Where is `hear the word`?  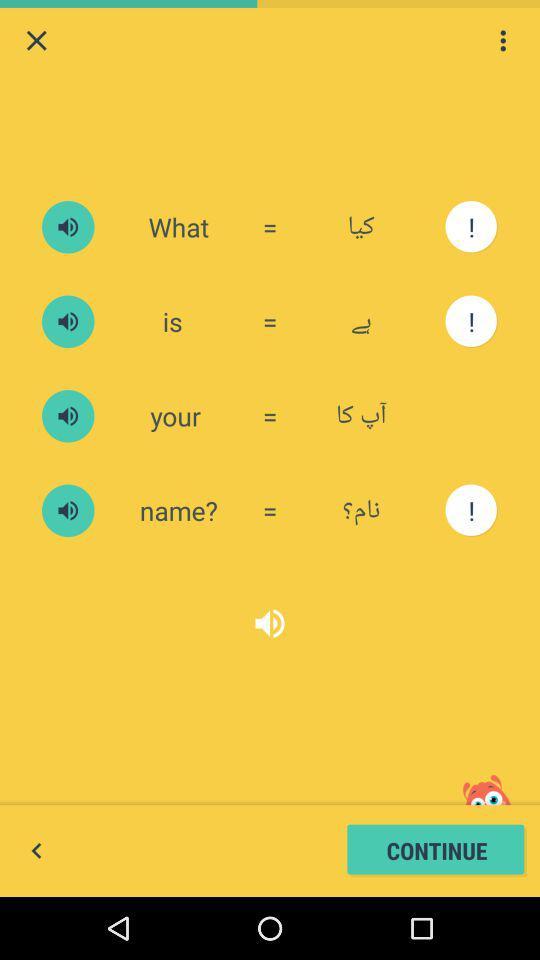
hear the word is located at coordinates (67, 227).